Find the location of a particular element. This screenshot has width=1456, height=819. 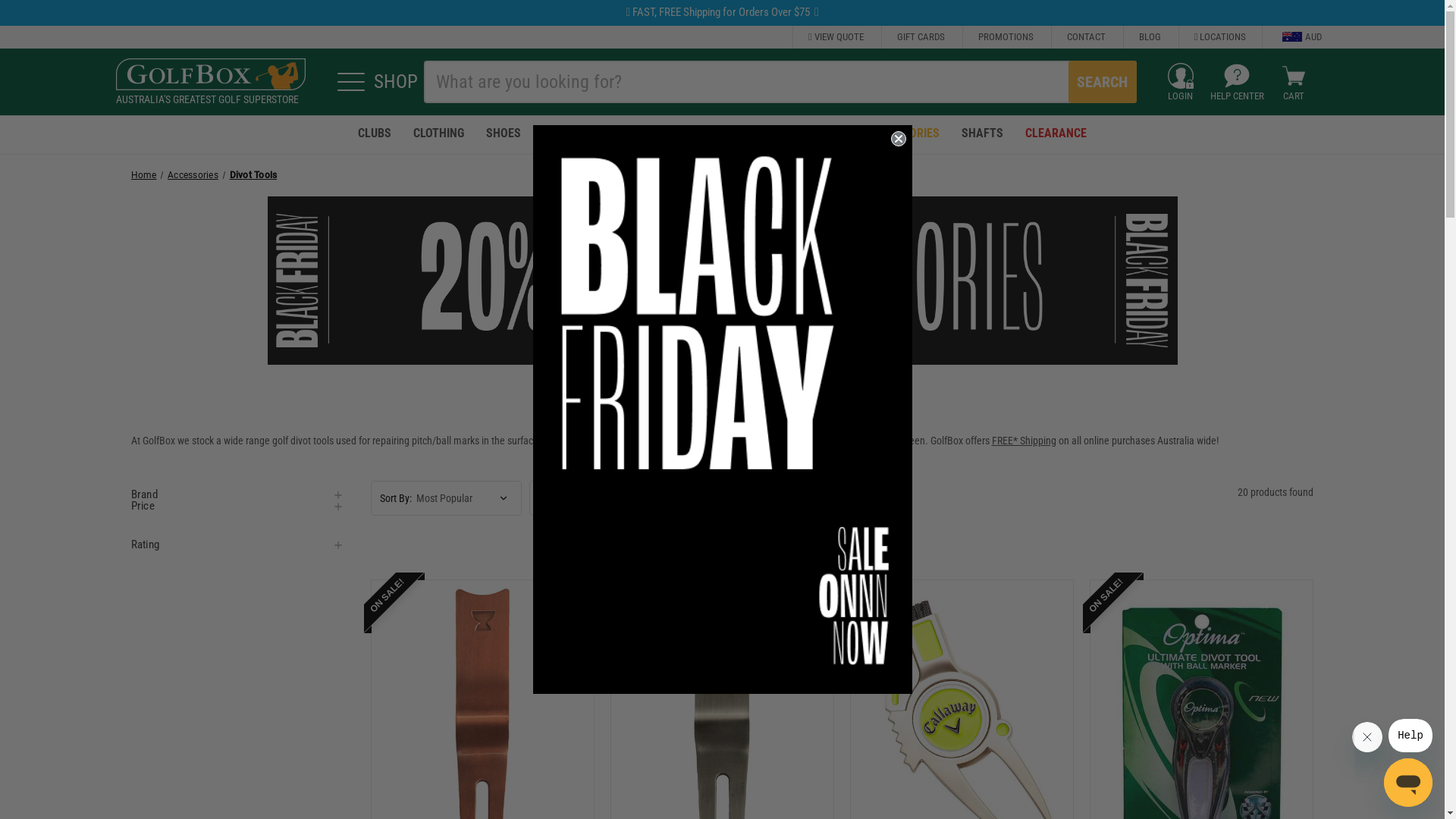

'SHOP' is located at coordinates (372, 82).